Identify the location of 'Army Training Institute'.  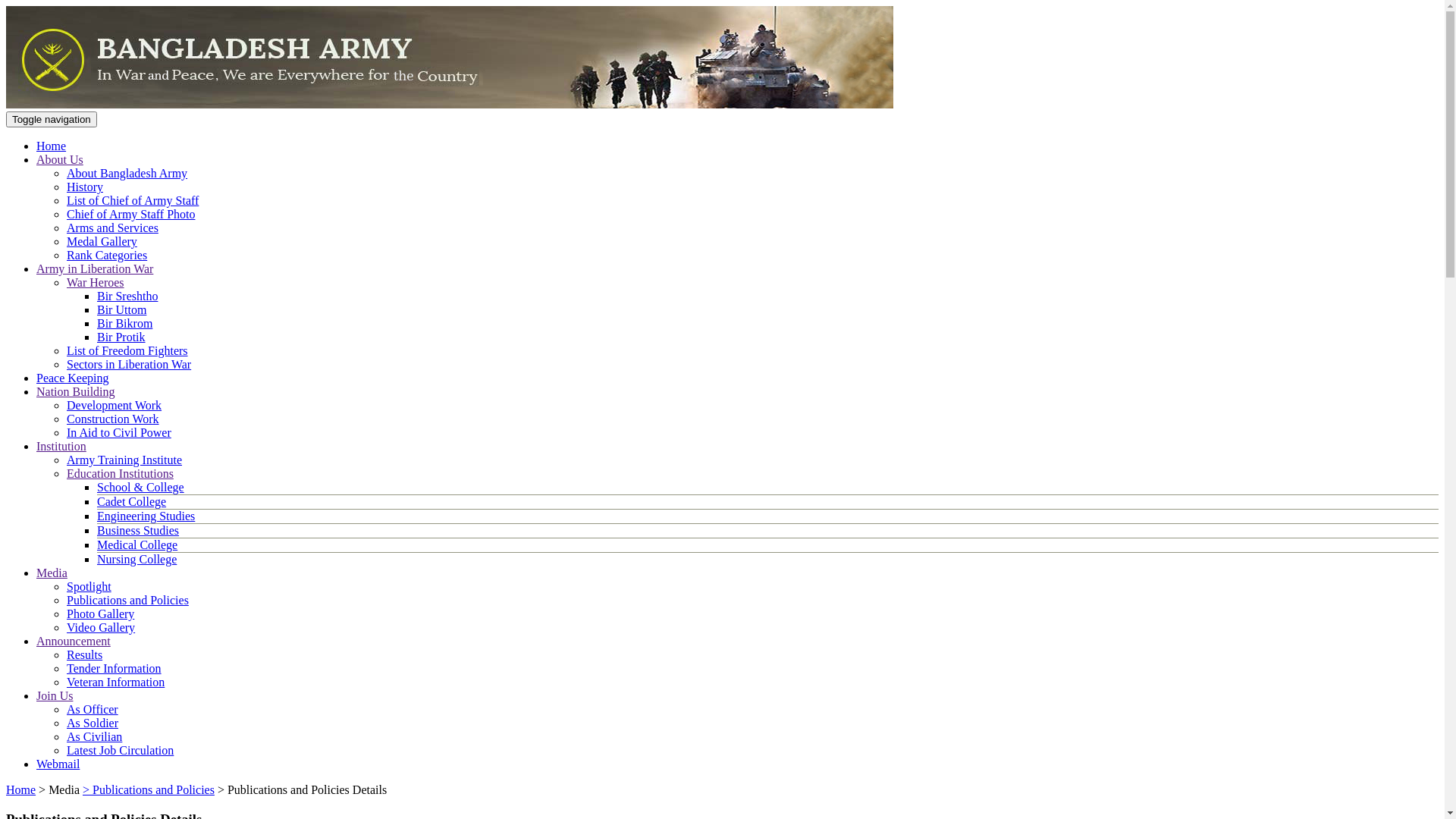
(124, 459).